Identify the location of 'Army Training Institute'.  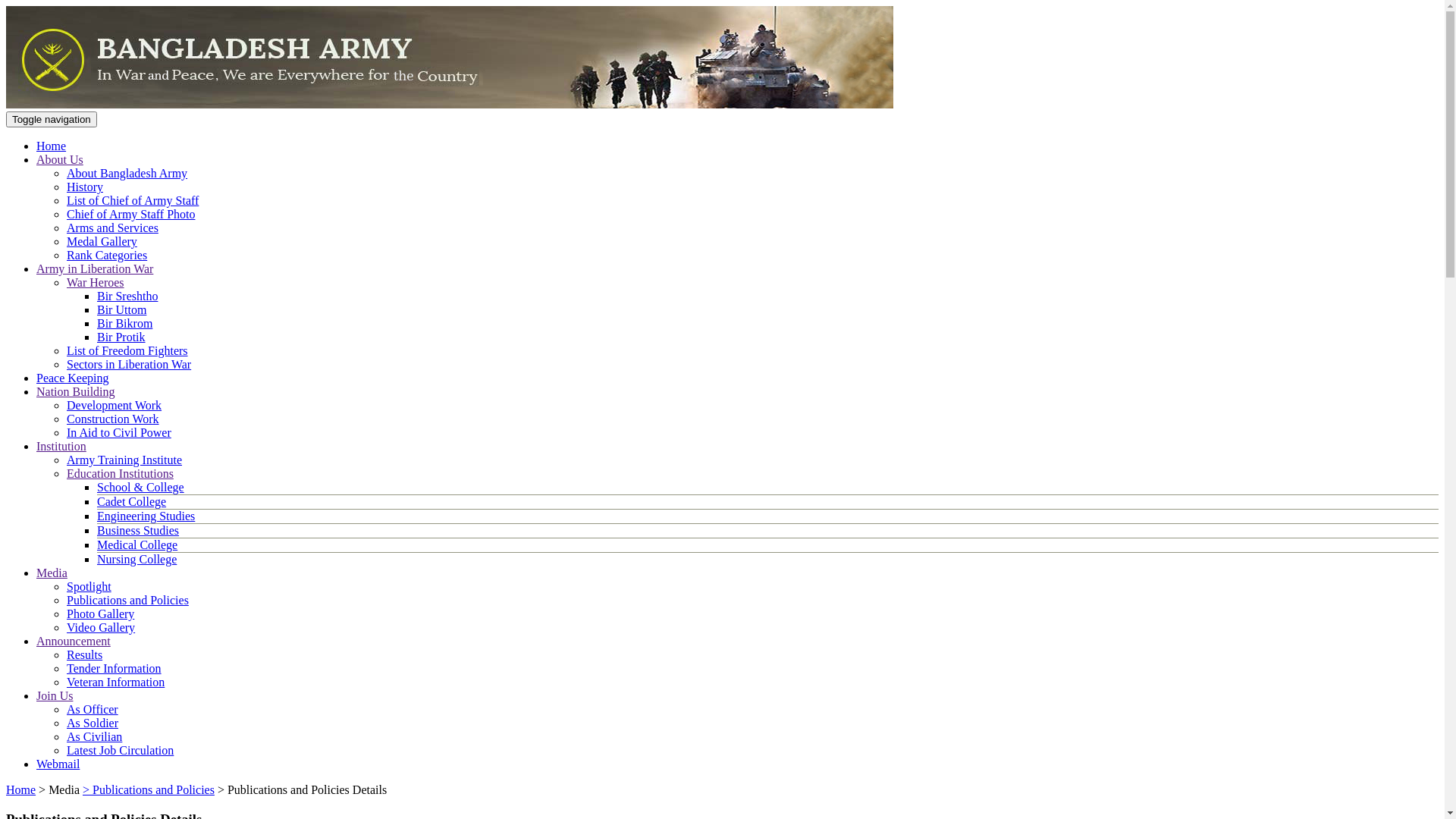
(124, 459).